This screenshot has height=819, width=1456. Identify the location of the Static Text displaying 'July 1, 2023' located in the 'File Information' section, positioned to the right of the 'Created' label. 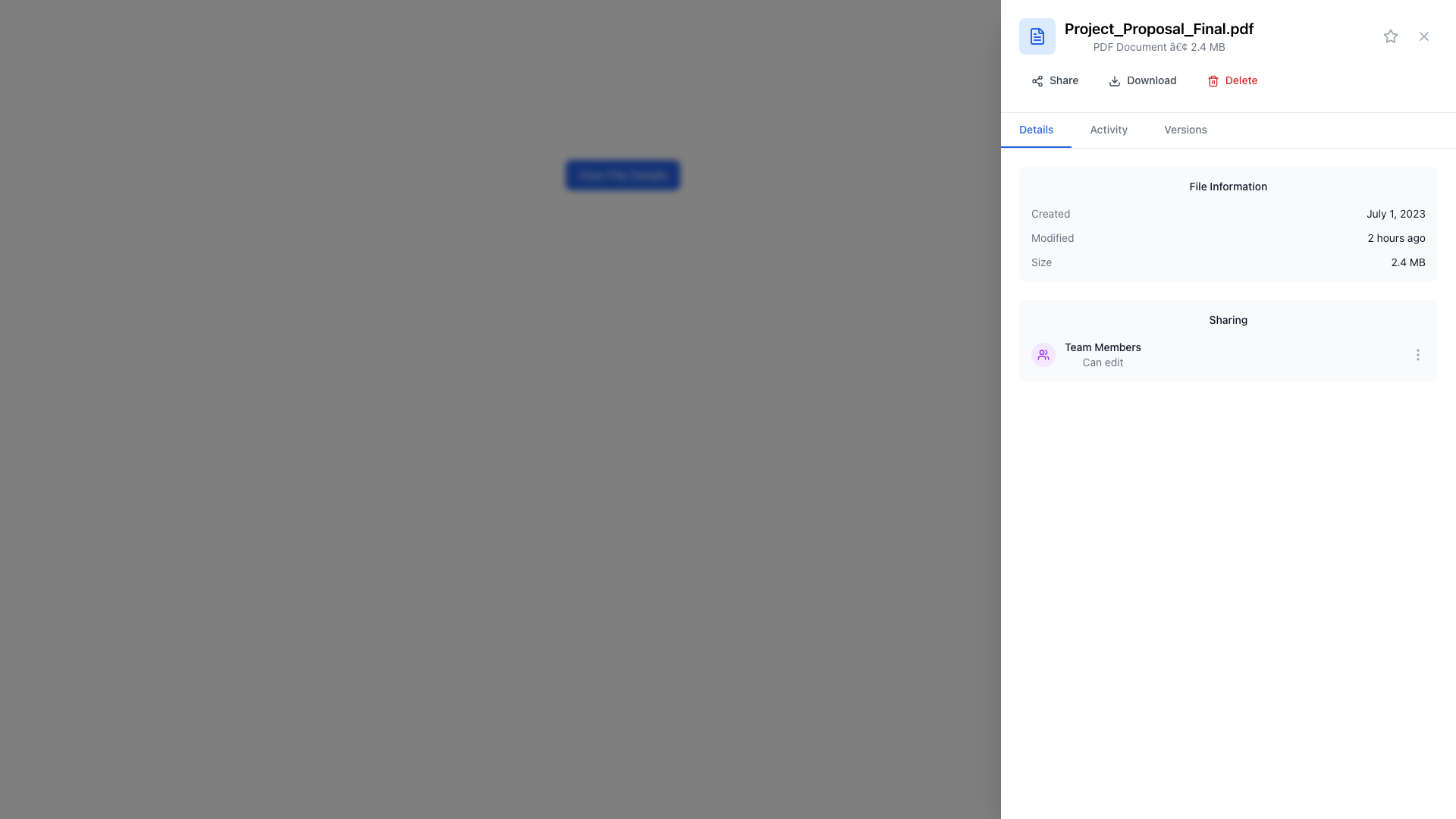
(1395, 213).